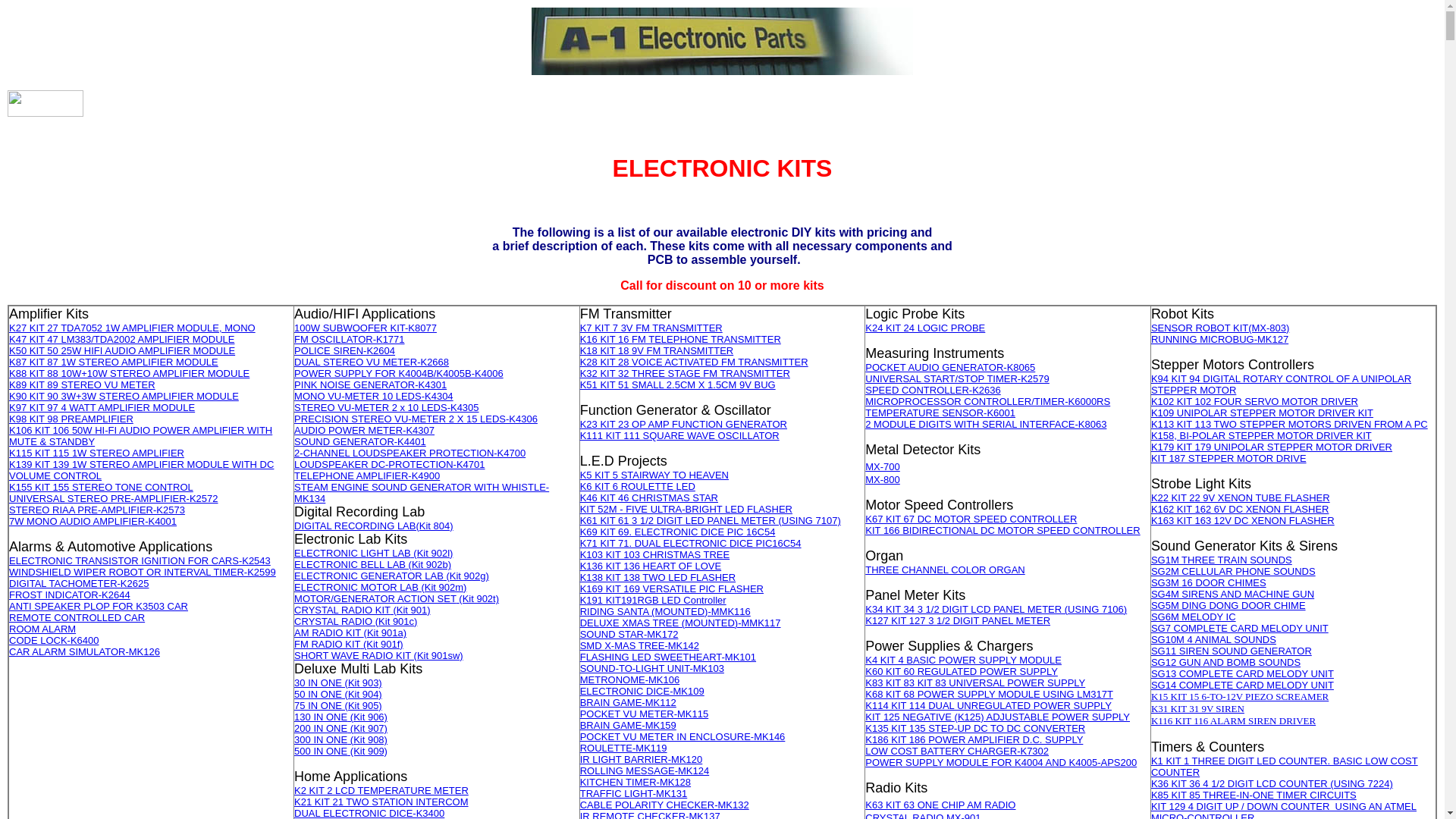 The height and width of the screenshot is (819, 1456). I want to click on '7W MONO AUDIO AMPLIFIER-K4001', so click(92, 520).